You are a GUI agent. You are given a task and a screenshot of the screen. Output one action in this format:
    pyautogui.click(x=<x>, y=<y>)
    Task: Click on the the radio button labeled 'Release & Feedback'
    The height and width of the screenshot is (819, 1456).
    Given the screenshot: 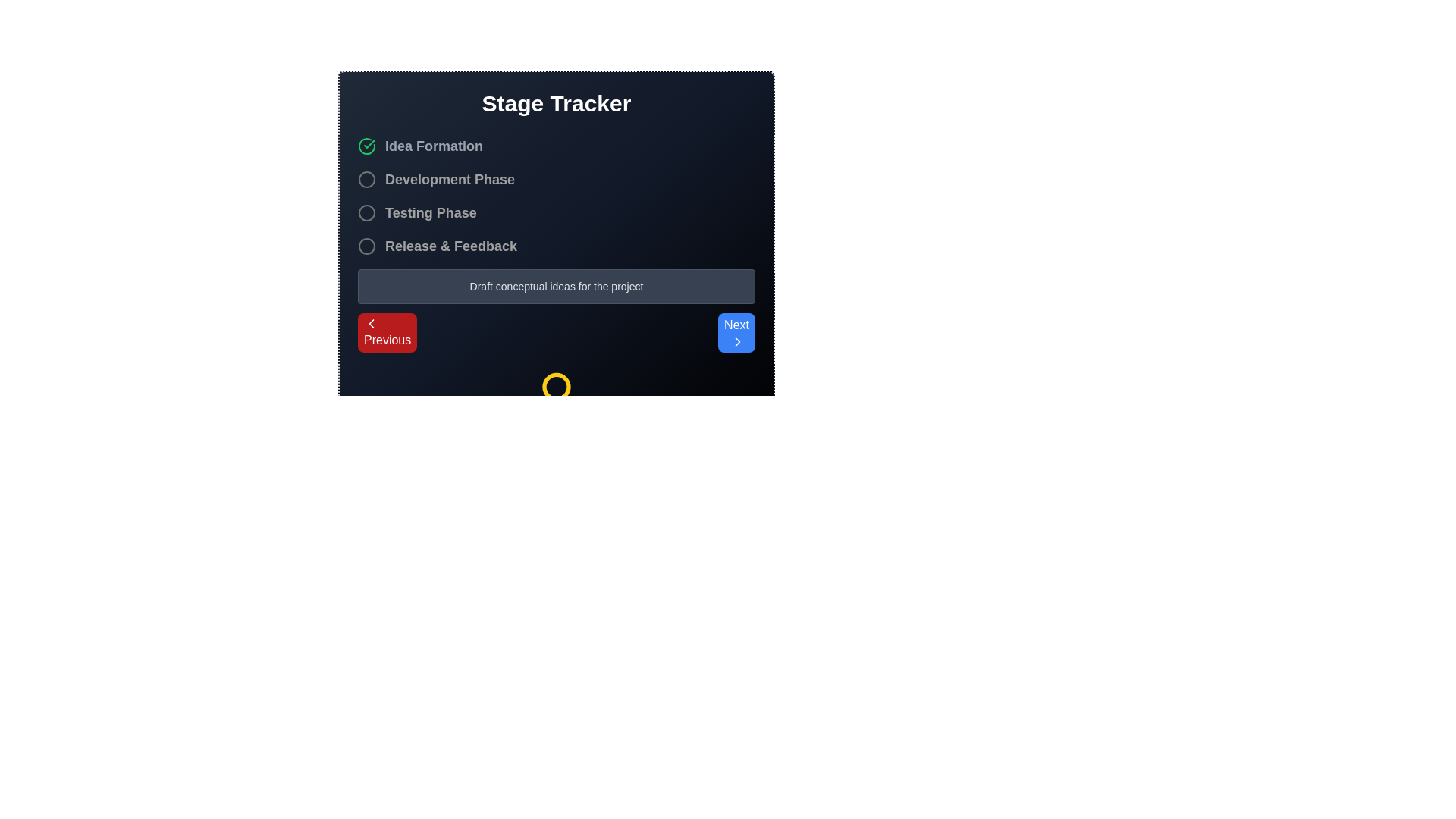 What is the action you would take?
    pyautogui.click(x=556, y=245)
    